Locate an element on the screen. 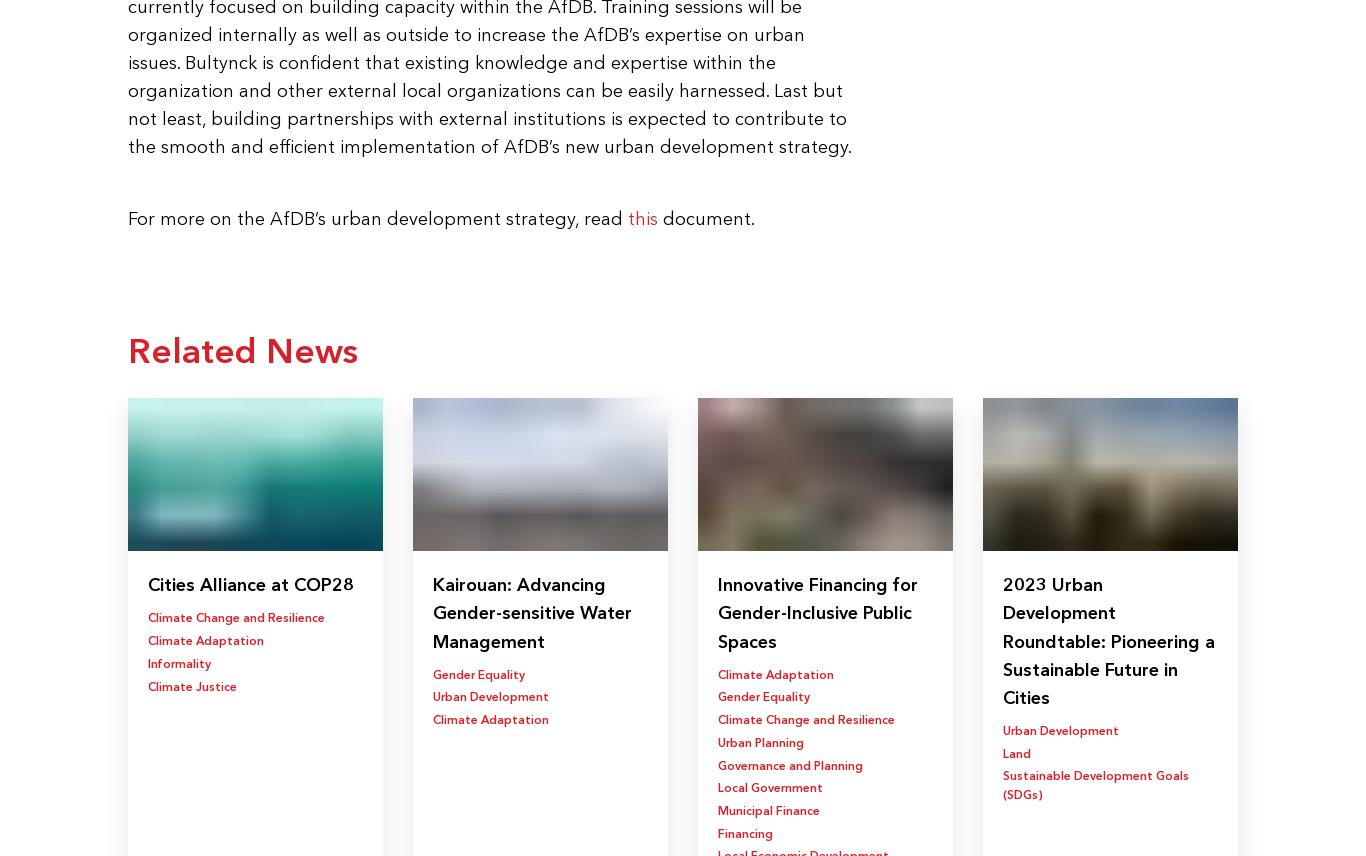 Image resolution: width=1366 pixels, height=856 pixels. 'Cities Alliance at COP28' is located at coordinates (146, 576).